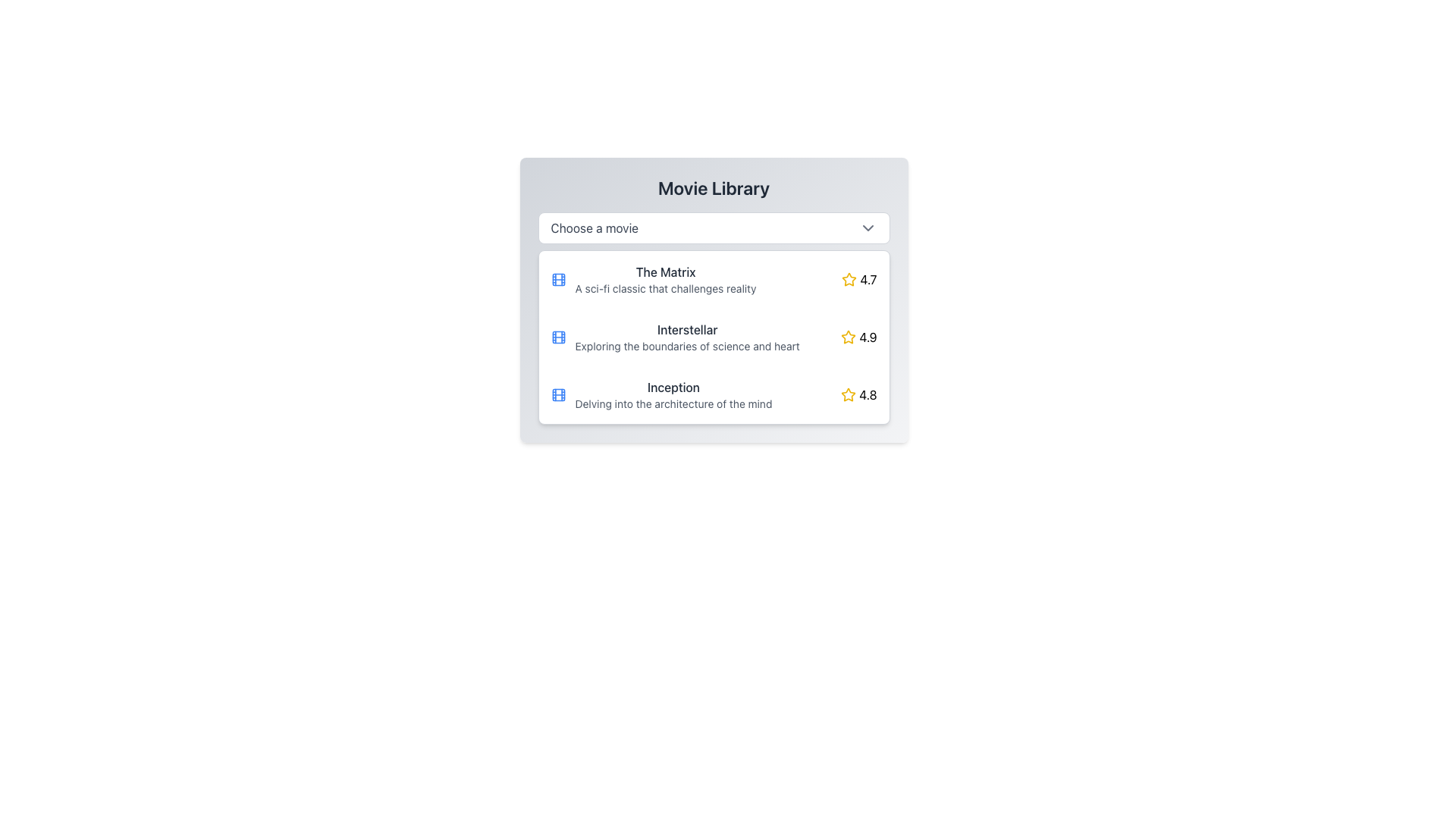 The height and width of the screenshot is (819, 1456). Describe the element at coordinates (673, 394) in the screenshot. I see `informational text display for the movie title and description, which is the third entry in the 'Movie Library' card` at that location.